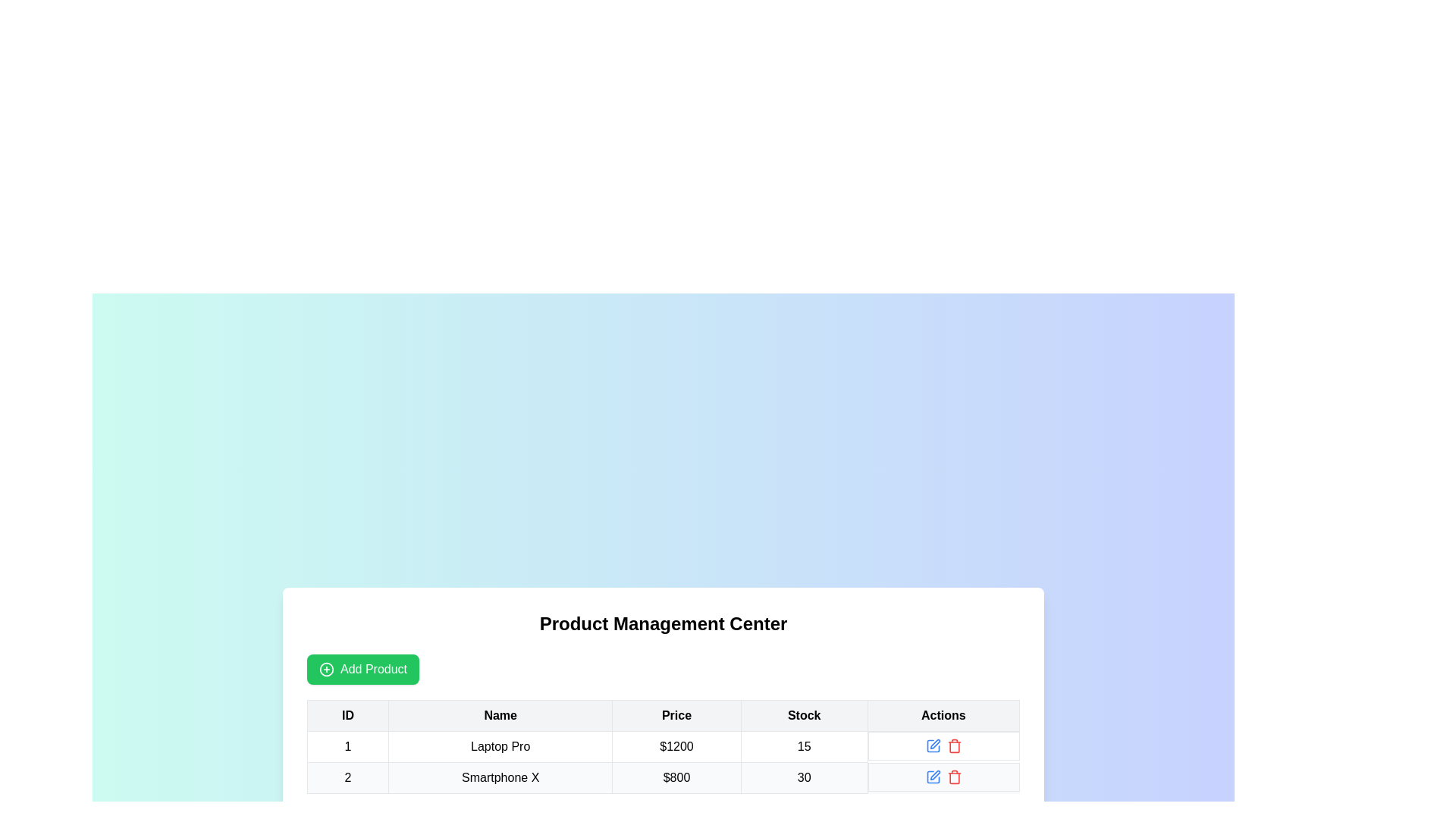 This screenshot has height=819, width=1456. Describe the element at coordinates (803, 716) in the screenshot. I see `the 'Stock' column header cell in the table, which is the fourth column header located between the 'Price' and 'Actions' headers` at that location.